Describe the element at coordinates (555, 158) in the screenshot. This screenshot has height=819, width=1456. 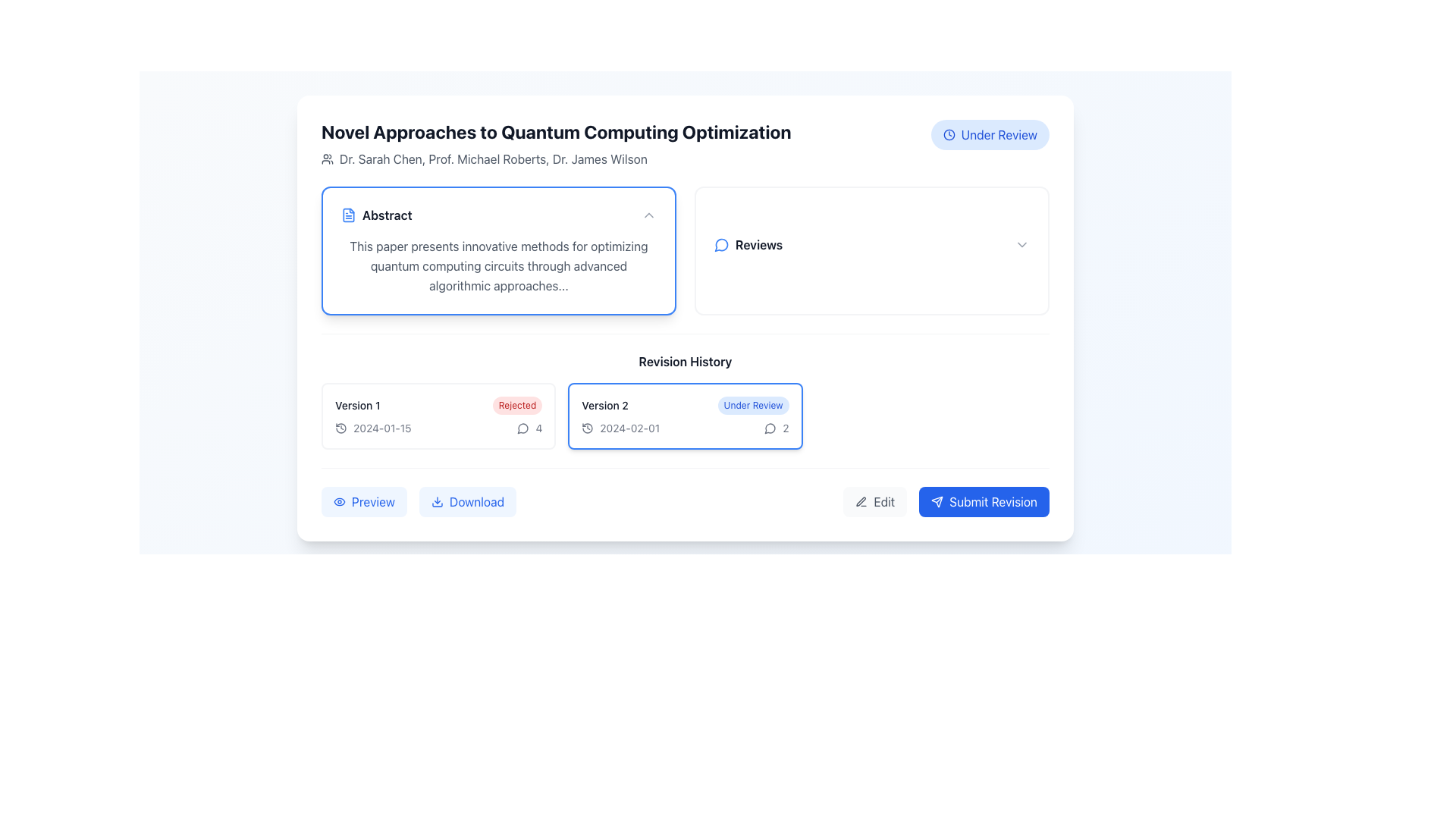
I see `text displayed below the title 'Novel Approaches to Quantum Computing Optimization' which shows the contributors or authors associated with the content` at that location.